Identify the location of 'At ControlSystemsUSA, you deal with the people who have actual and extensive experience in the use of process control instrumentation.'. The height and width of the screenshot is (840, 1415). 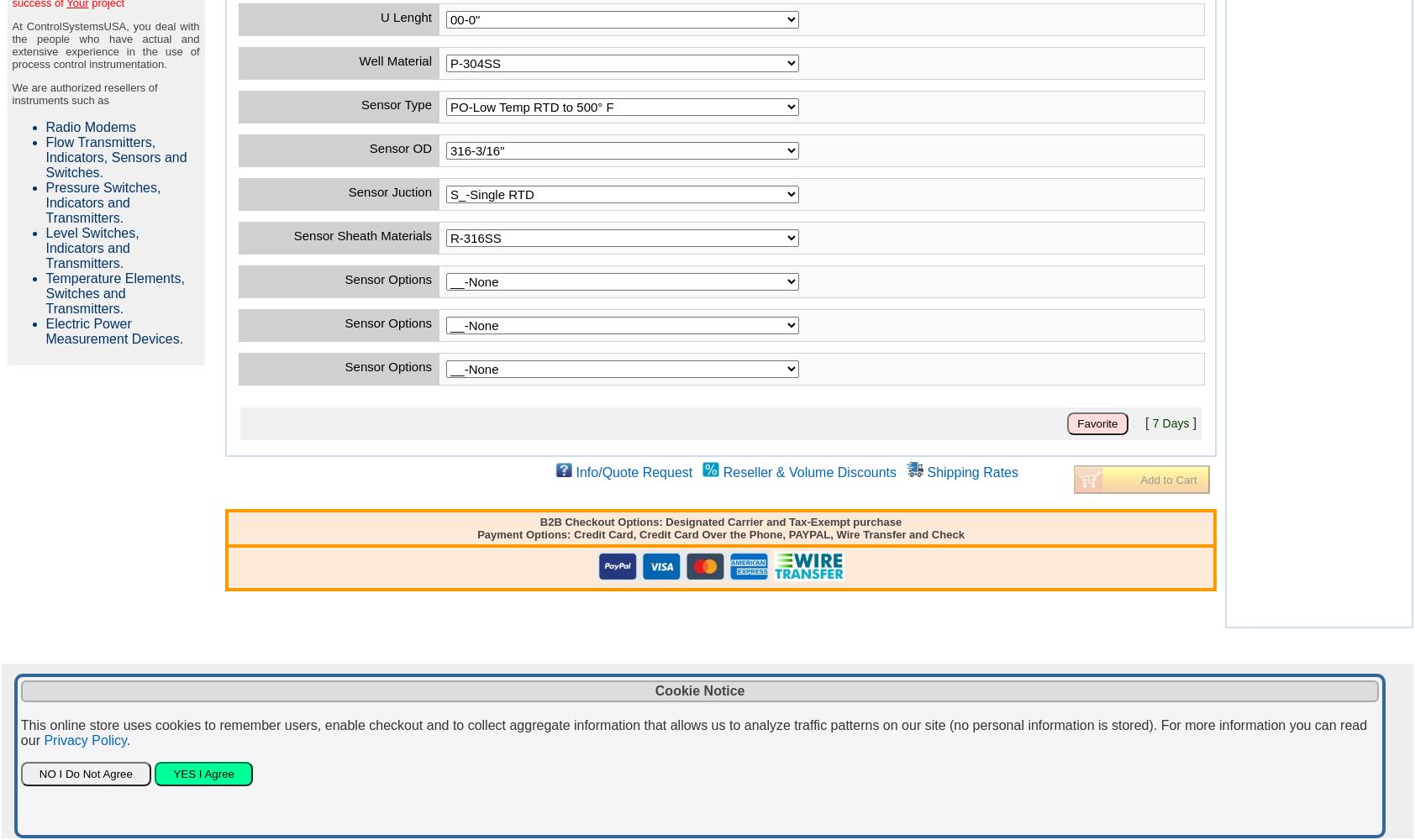
(104, 45).